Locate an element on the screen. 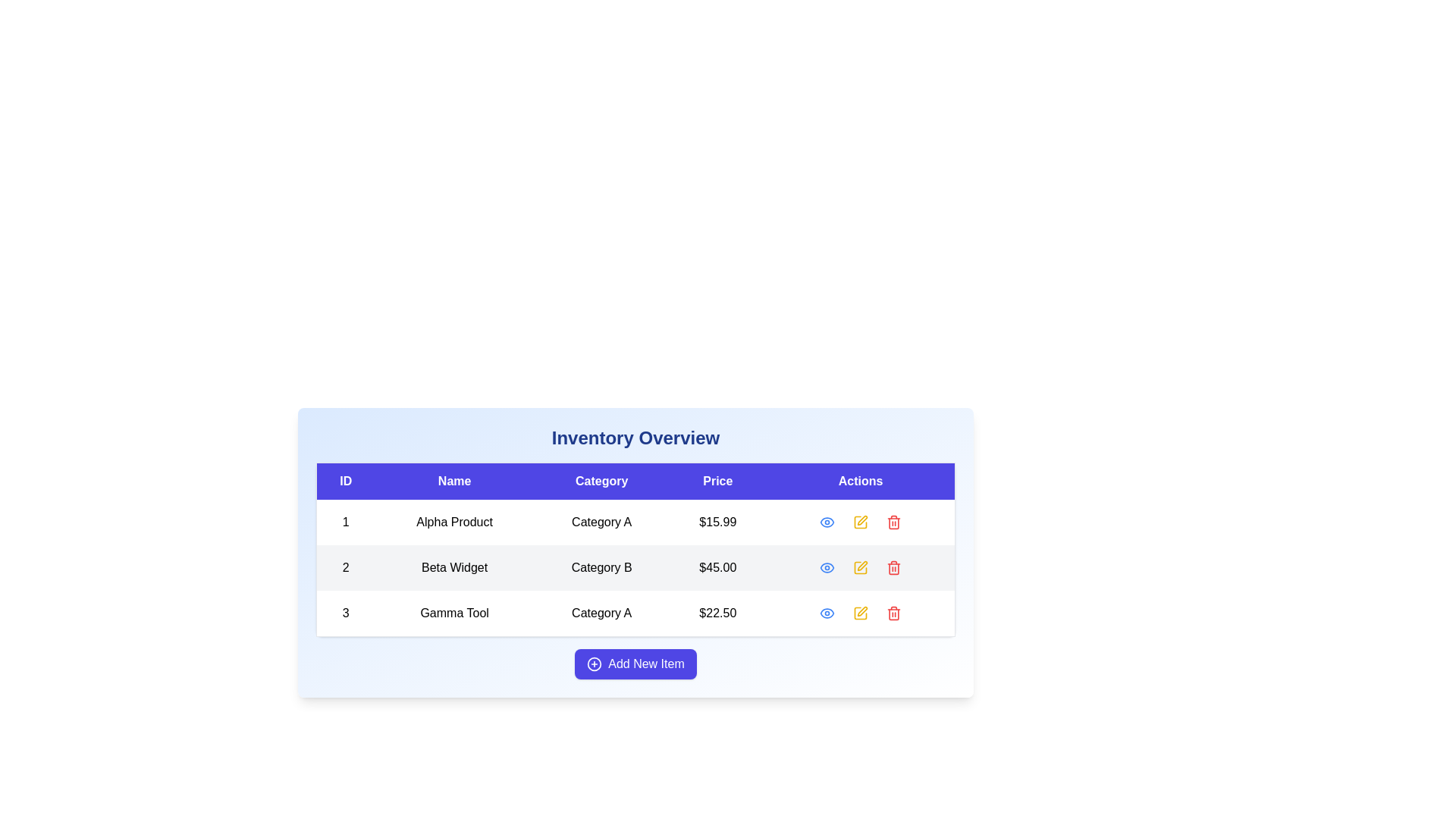 This screenshot has width=1456, height=819. the yellow pen icon in the 'Actions' column of the table, specifically in the second row corresponding to the product 'Beta Widget' is located at coordinates (862, 519).